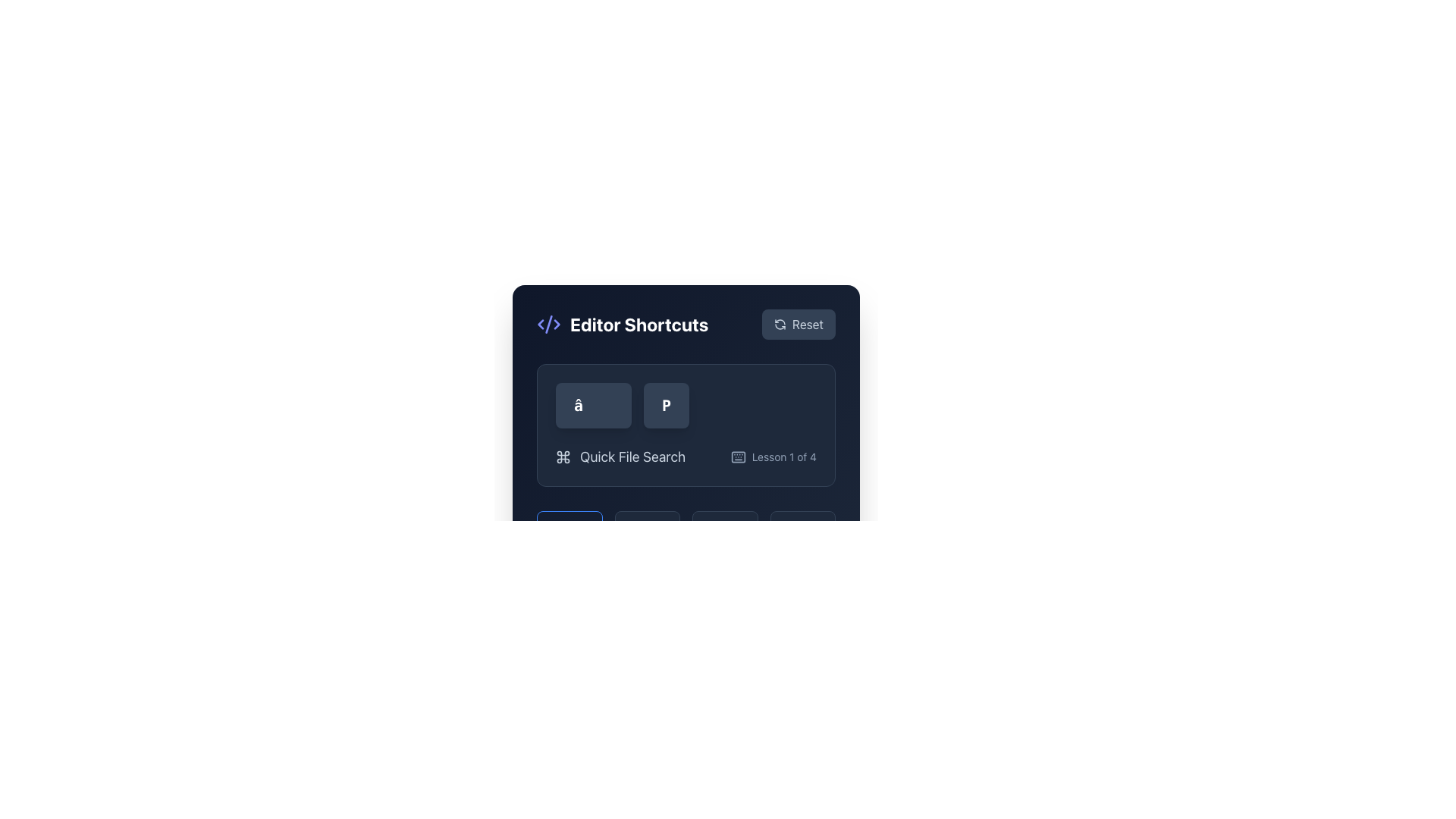 This screenshot has width=1456, height=819. Describe the element at coordinates (780, 324) in the screenshot. I see `the reset icon located within the 'Reset' button to trigger tooltip or visual feedback` at that location.